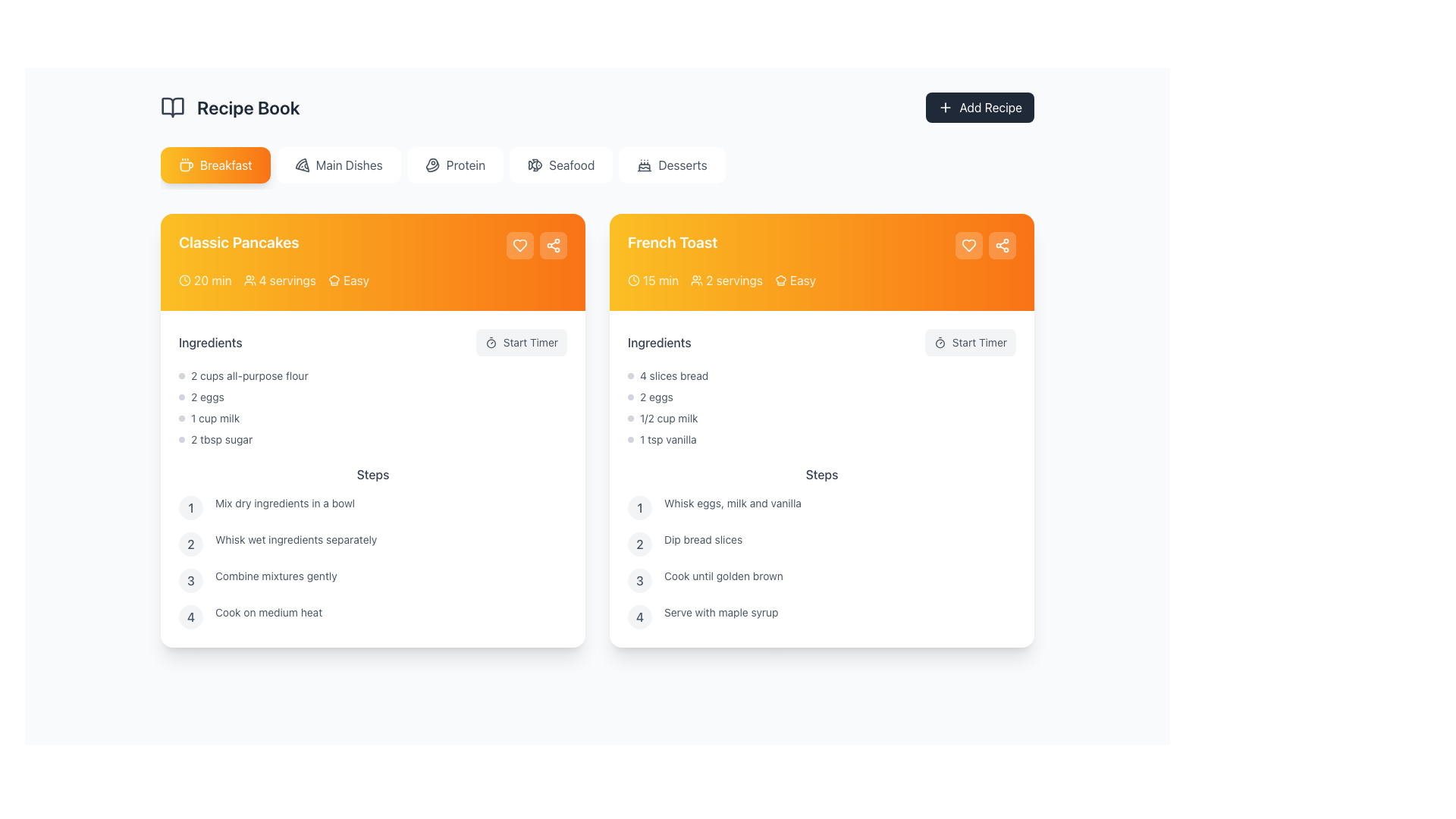  What do you see at coordinates (190, 543) in the screenshot?
I see `the step indicator element displaying the text '2' in the 'Classic Pancakes' card` at bounding box center [190, 543].